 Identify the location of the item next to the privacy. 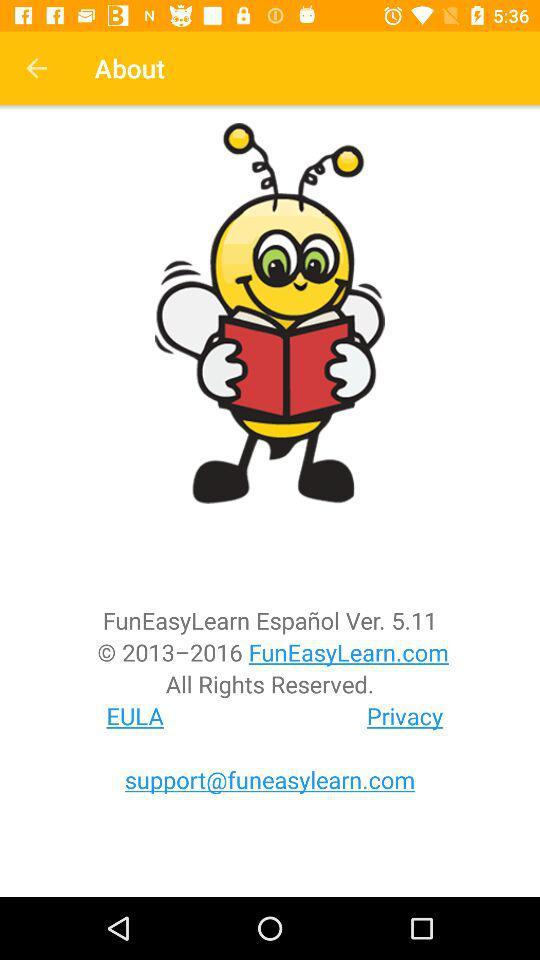
(135, 716).